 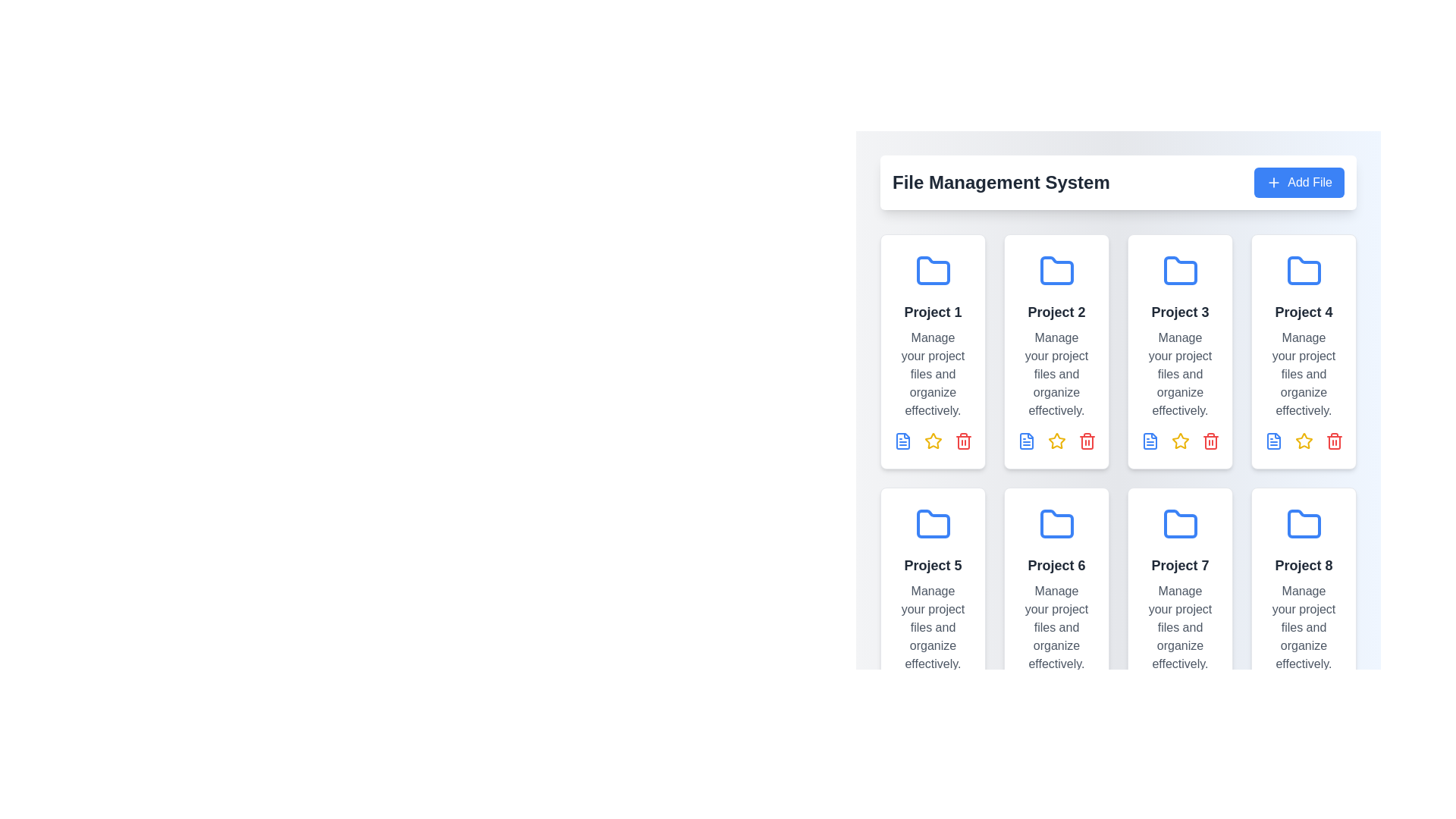 I want to click on the document-shaped icon located in the 'Project 1' card area, which is part of a cluster of three icons below the title text 'Project 1', so click(x=902, y=441).